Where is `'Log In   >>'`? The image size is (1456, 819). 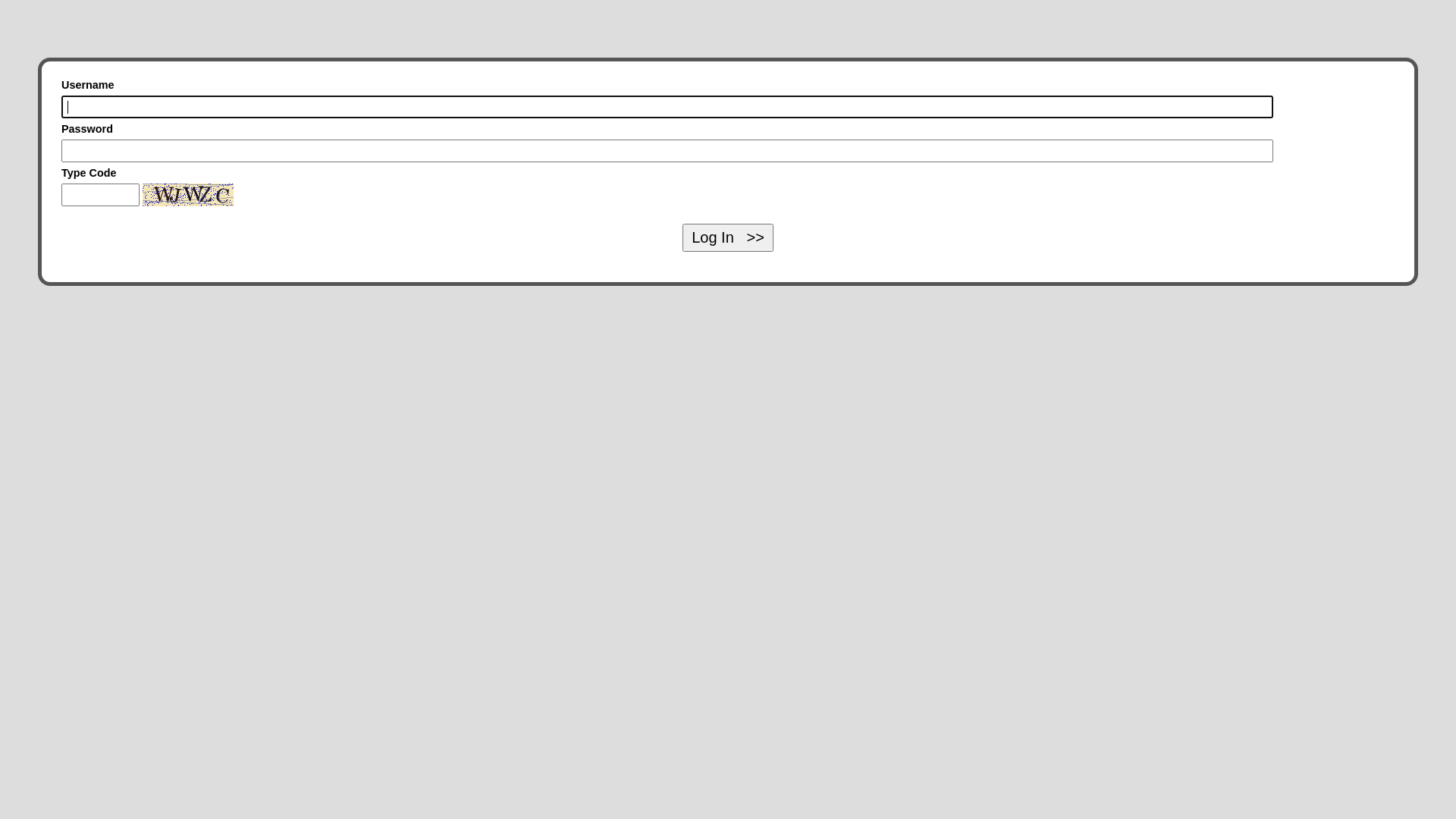 'Log In   >>' is located at coordinates (682, 237).